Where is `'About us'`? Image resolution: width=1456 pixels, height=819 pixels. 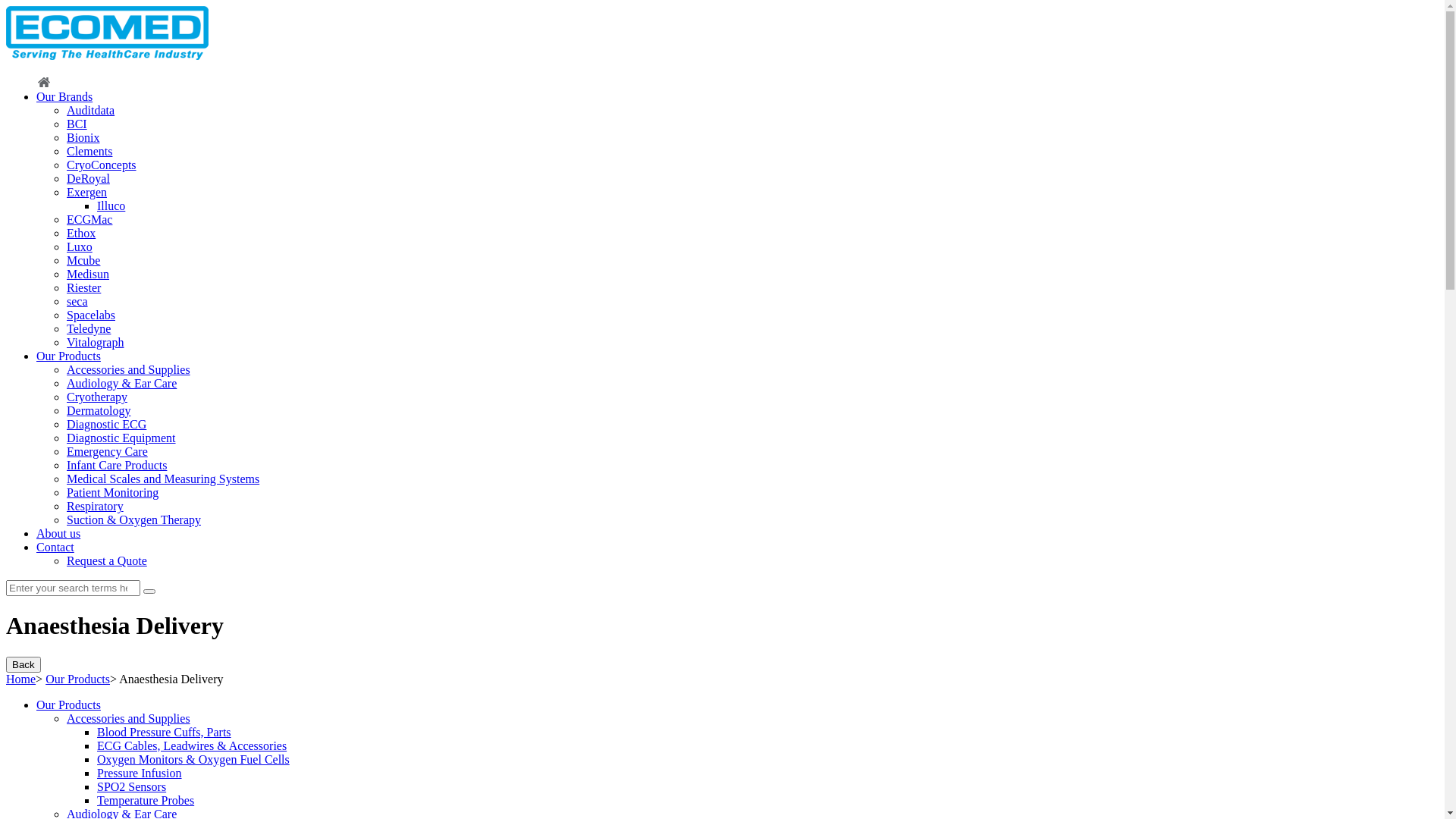
'About us' is located at coordinates (58, 532).